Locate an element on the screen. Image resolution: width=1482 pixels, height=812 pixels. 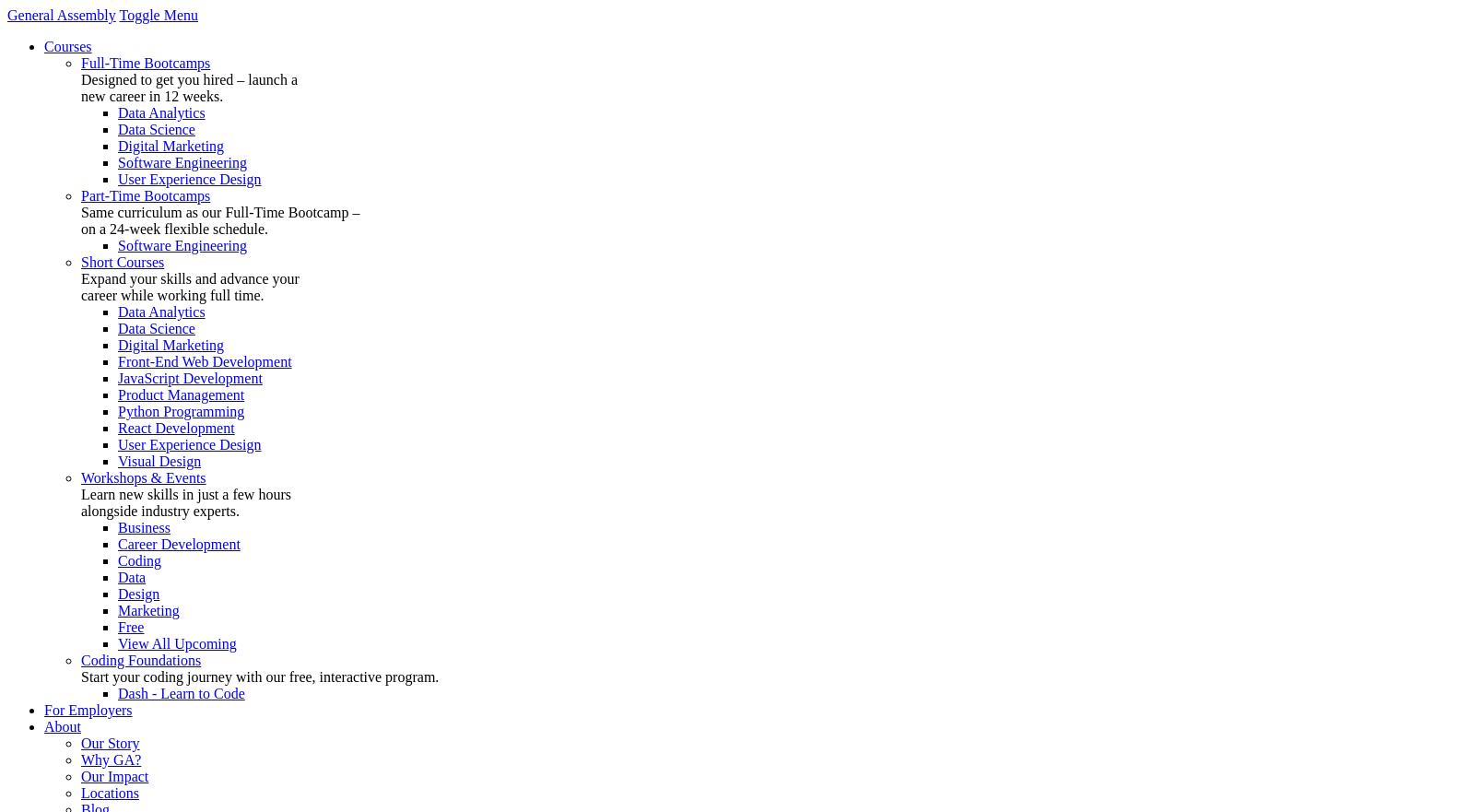
'Career Development' is located at coordinates (177, 544).